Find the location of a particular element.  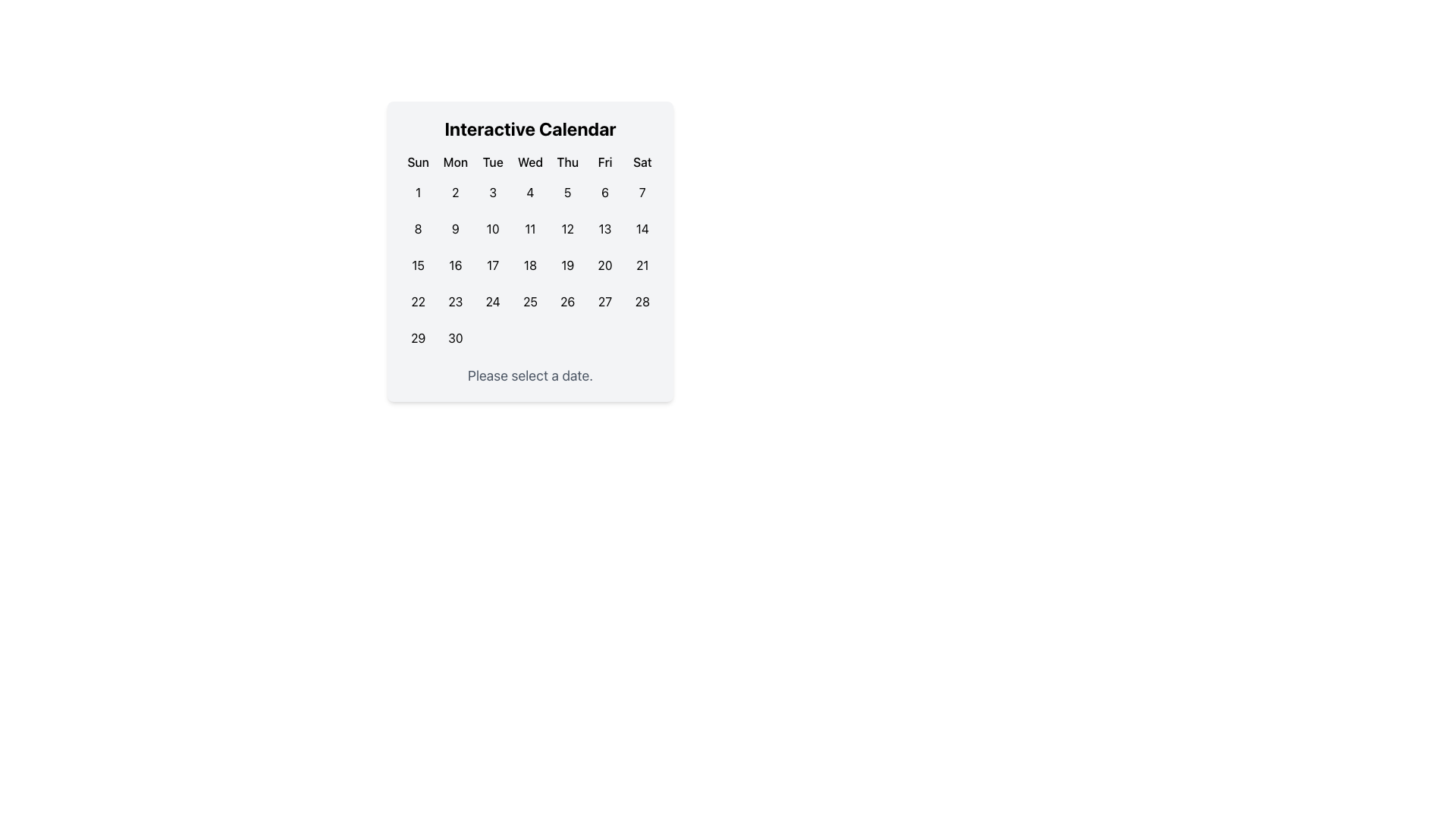

the 'Interactive Calendar' text label, which is a bold and enlarged heading located at the top center of the interactive calendar interface is located at coordinates (530, 127).